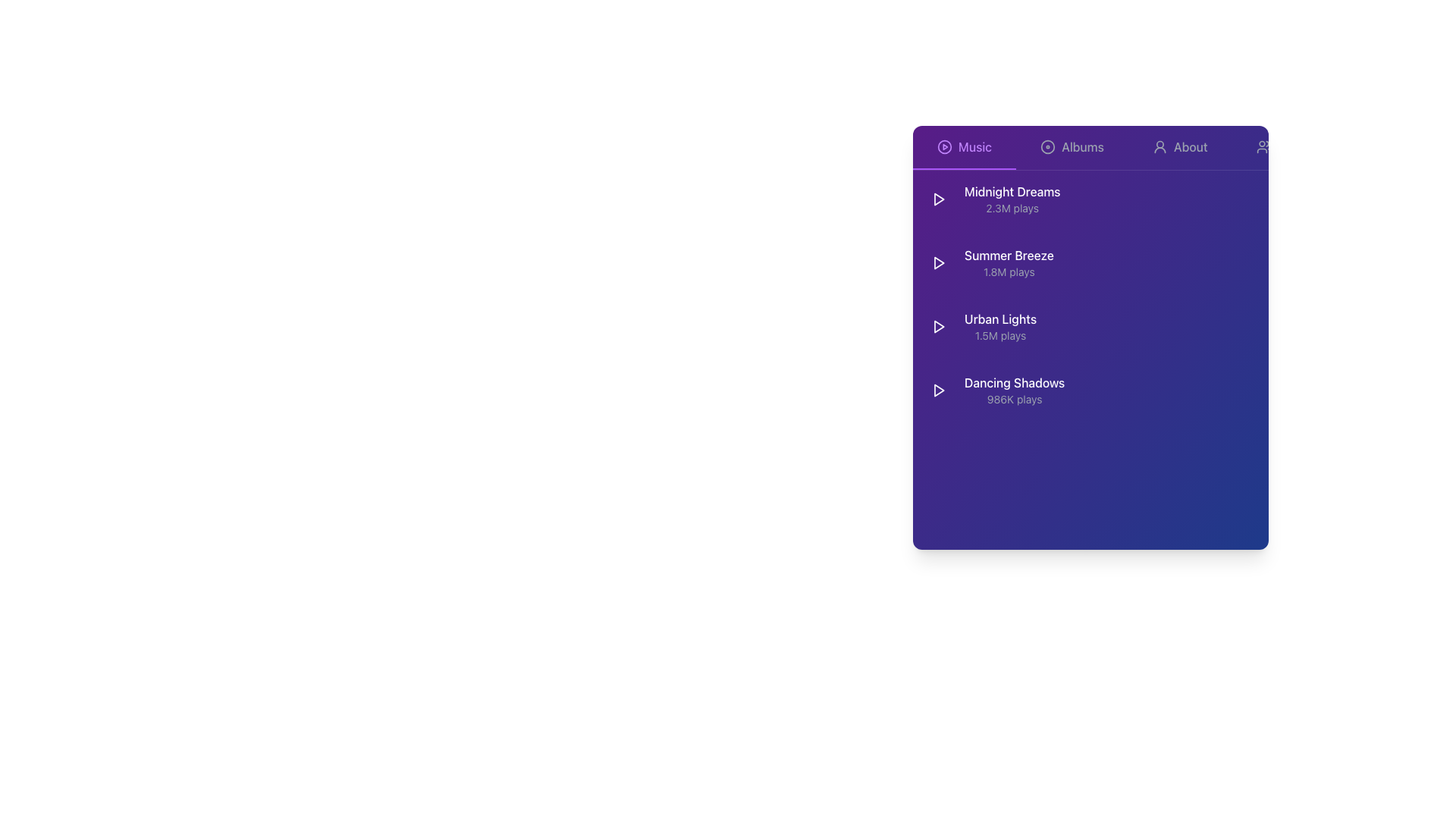 The width and height of the screenshot is (1456, 819). Describe the element at coordinates (1012, 208) in the screenshot. I see `the text label providing information about the number of plays for 'Midnight Dreams', which is located directly below its title` at that location.